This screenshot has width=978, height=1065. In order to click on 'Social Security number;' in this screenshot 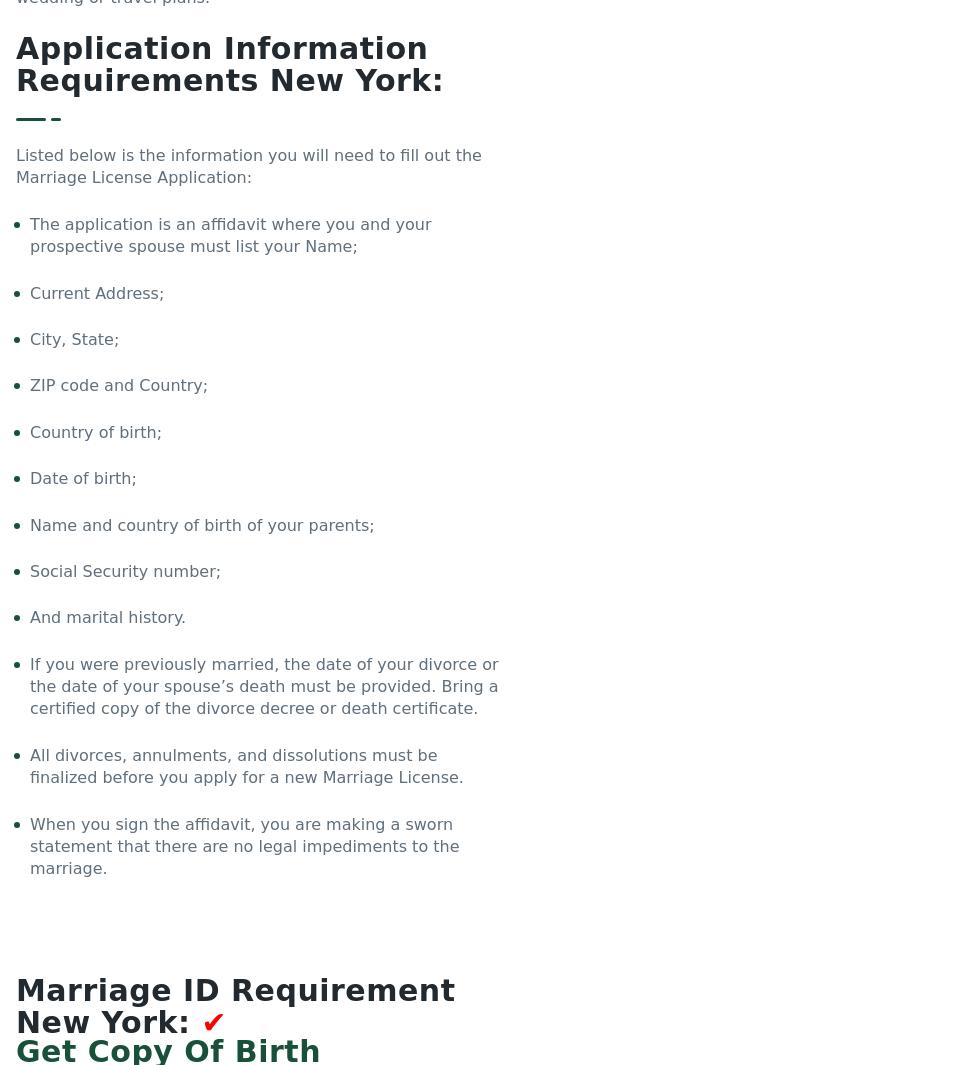, I will do `click(125, 570)`.